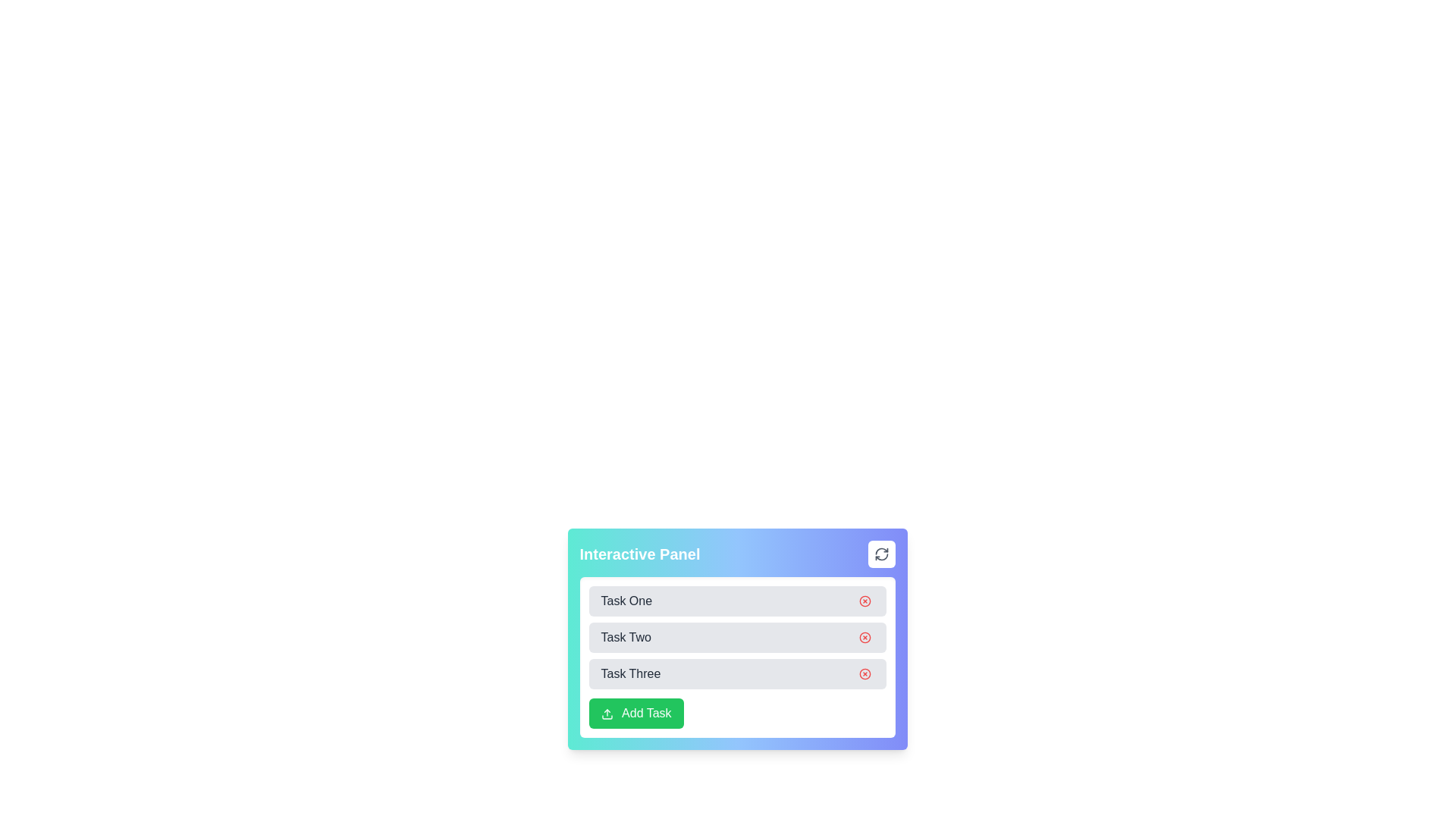  Describe the element at coordinates (864, 673) in the screenshot. I see `the icon component associated with 'Task Three' located in the Interactive Panel, specifically to the right end of the third task entry labeled 'Task Three'` at that location.